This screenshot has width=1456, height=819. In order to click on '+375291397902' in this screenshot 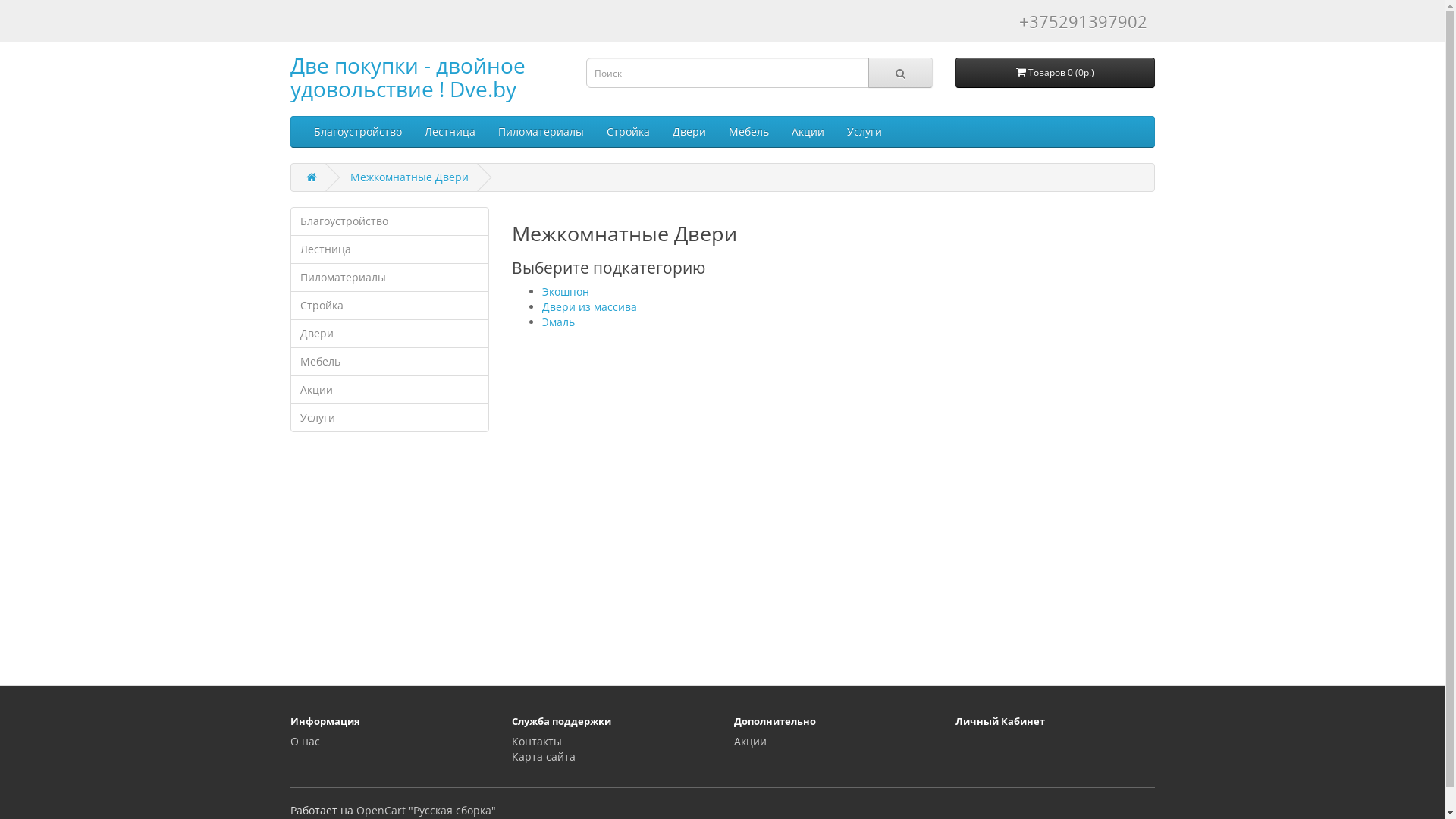, I will do `click(1082, 20)`.